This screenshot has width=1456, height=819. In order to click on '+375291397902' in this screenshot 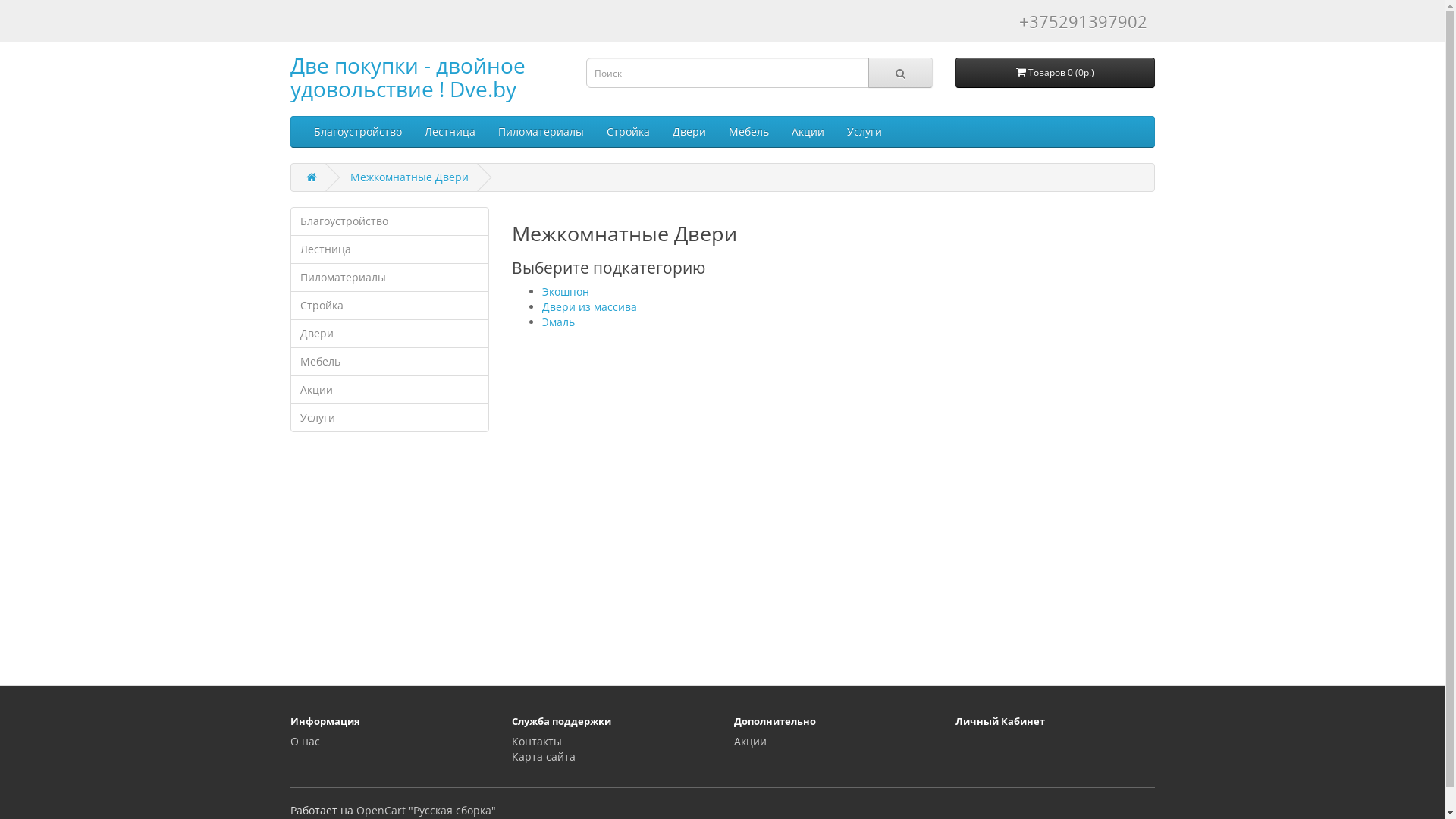, I will do `click(1082, 20)`.